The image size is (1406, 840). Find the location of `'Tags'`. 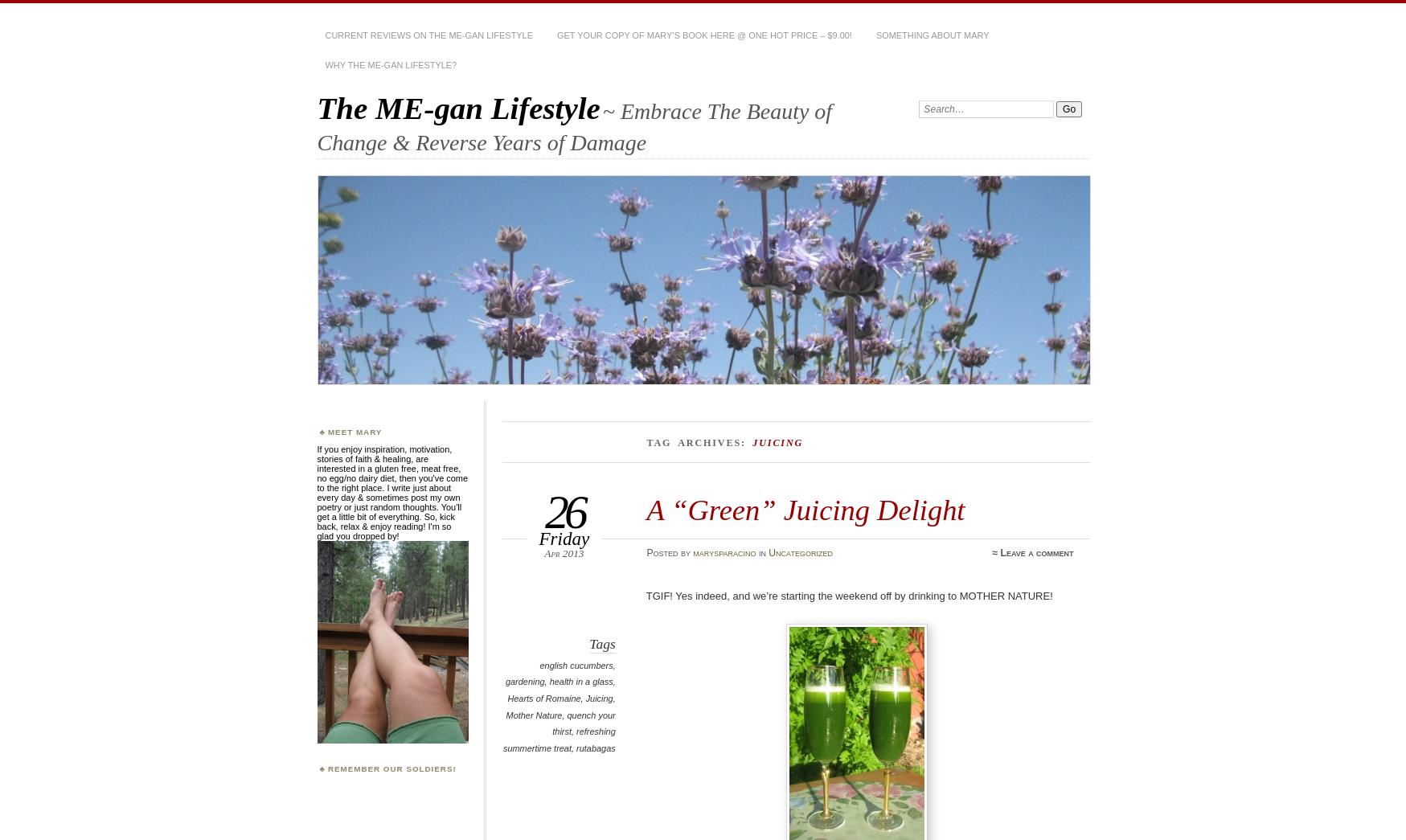

'Tags' is located at coordinates (601, 643).